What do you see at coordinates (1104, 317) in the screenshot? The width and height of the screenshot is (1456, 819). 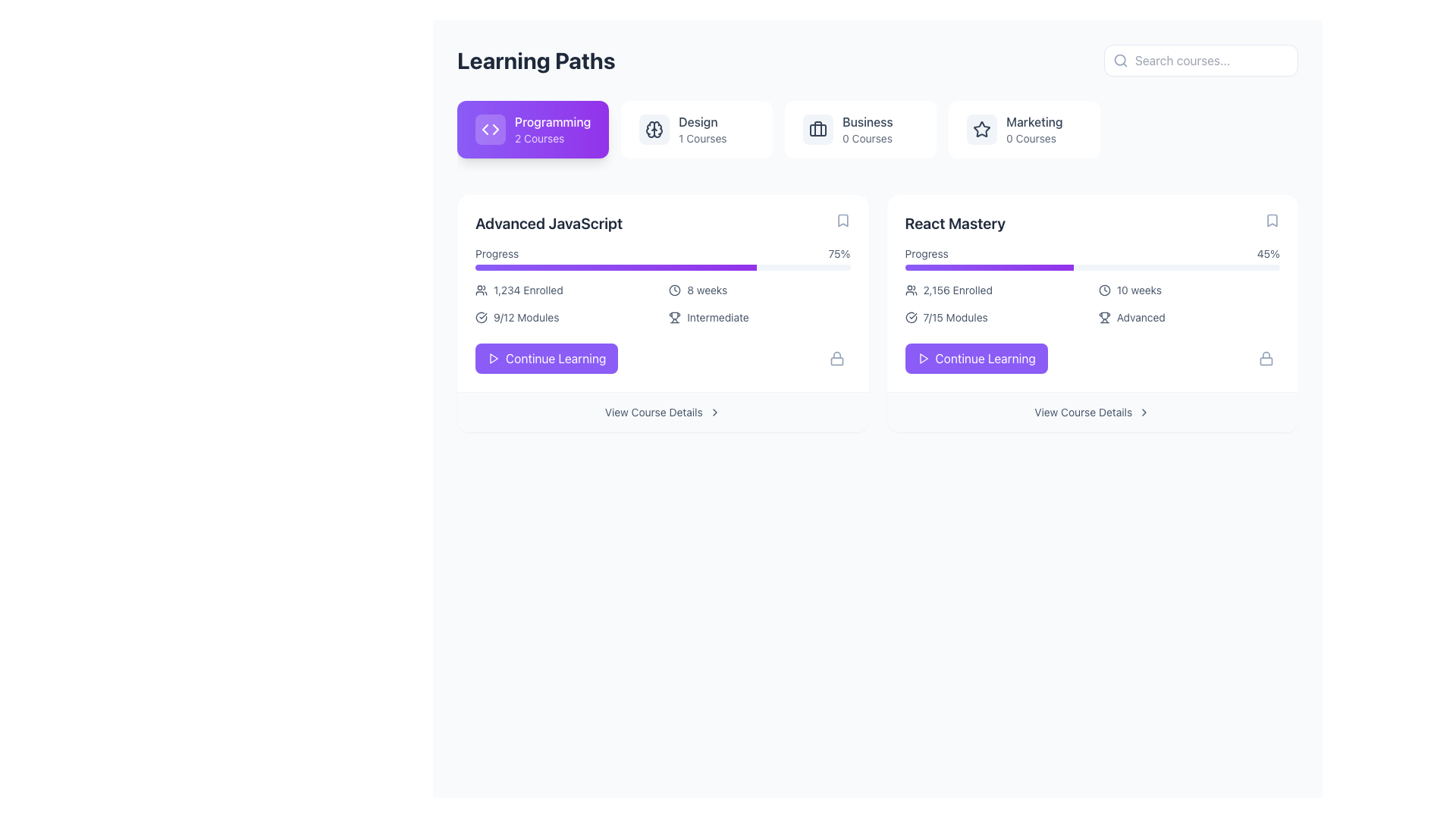 I see `the achievement icon adjacent to the 'Advanced' text in the 'React Mastery' card` at bounding box center [1104, 317].